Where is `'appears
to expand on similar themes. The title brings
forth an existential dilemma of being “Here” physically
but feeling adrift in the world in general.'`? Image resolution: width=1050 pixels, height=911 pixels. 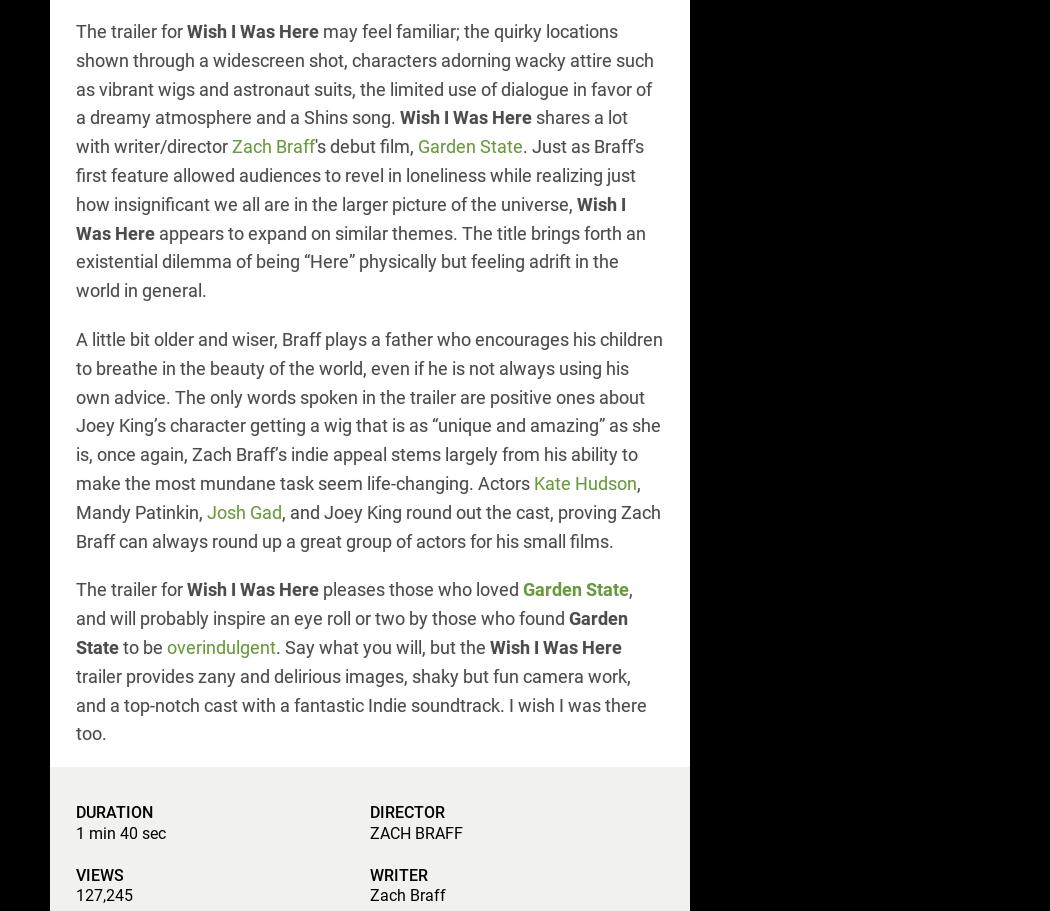
'appears
to expand on similar themes. The title brings
forth an existential dilemma of being “Here” physically
but feeling adrift in the world in general.' is located at coordinates (359, 260).